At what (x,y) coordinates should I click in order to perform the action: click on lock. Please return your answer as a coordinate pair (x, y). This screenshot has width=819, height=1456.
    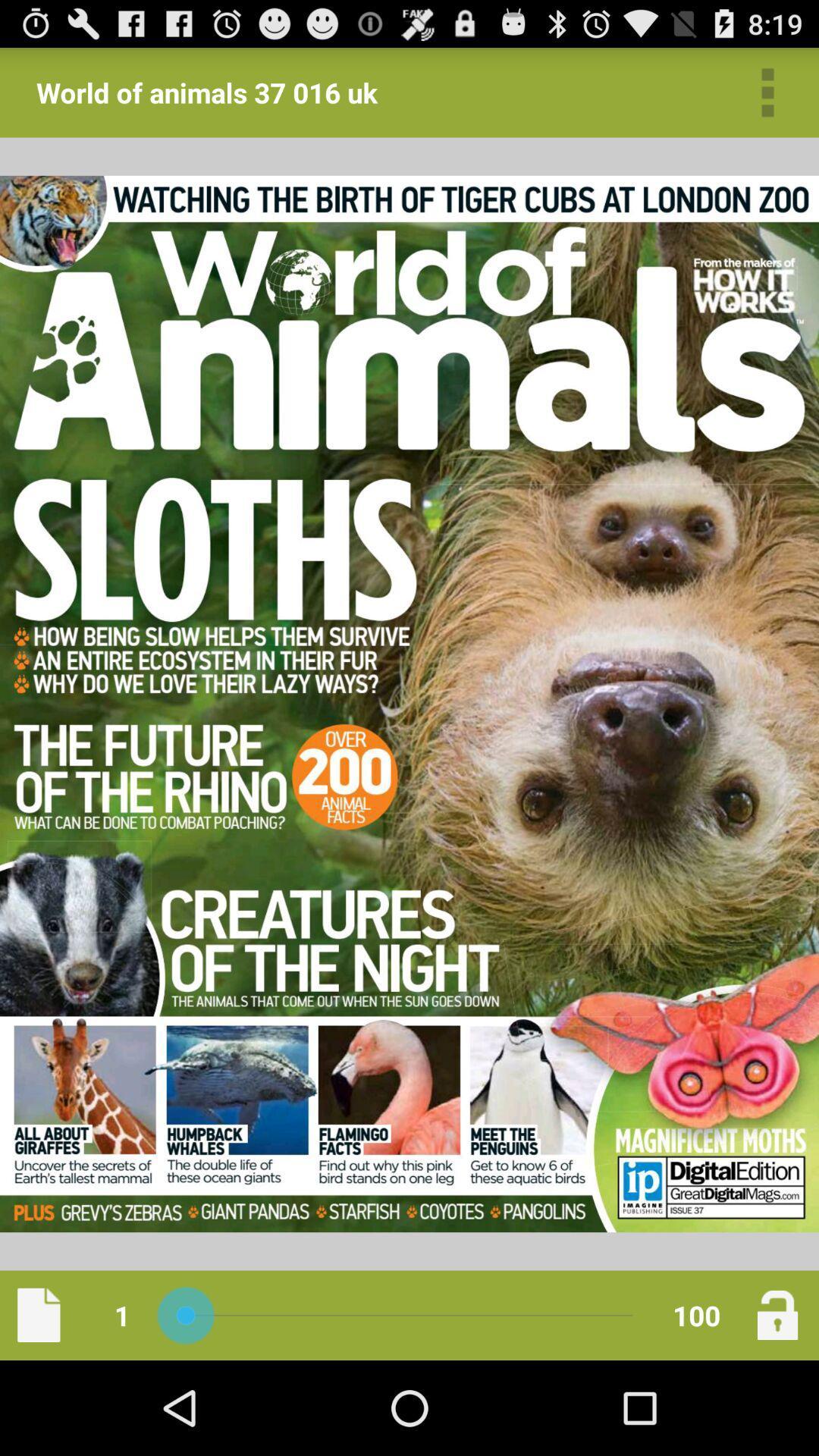
    Looking at the image, I should click on (777, 1314).